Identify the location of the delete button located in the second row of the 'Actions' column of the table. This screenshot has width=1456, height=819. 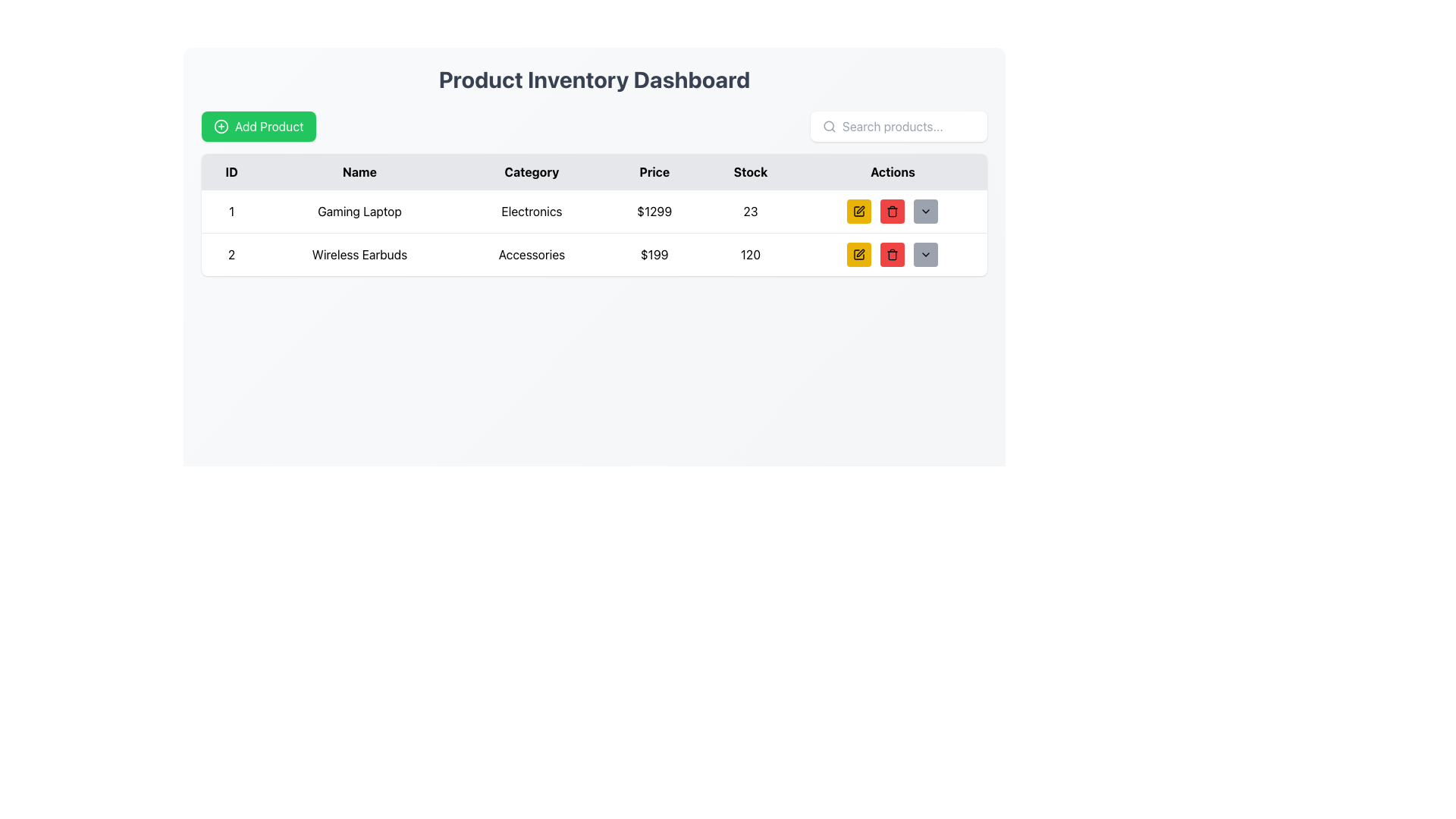
(893, 211).